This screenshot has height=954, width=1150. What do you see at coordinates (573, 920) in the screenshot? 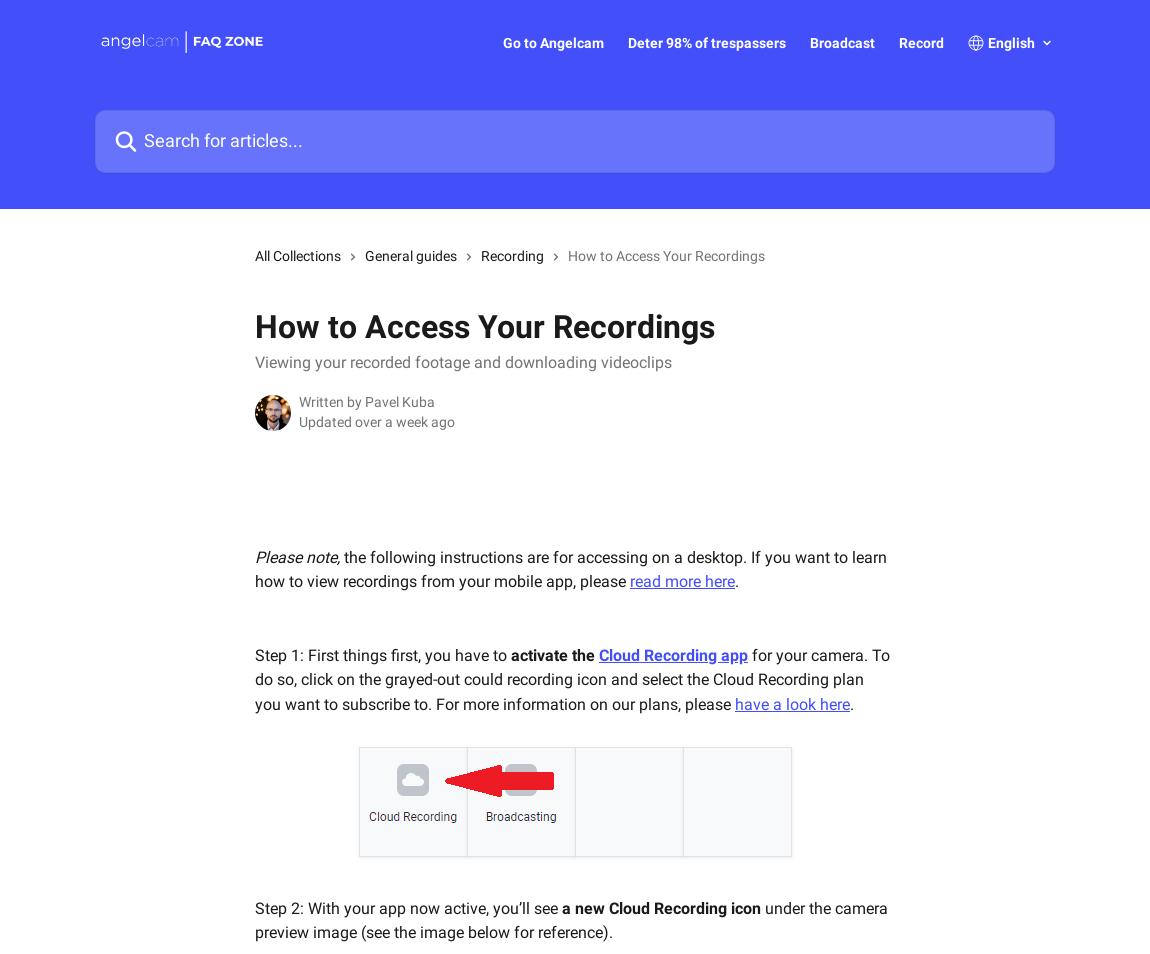
I see `'under the camera preview image (see the image below for reference).'` at bounding box center [573, 920].